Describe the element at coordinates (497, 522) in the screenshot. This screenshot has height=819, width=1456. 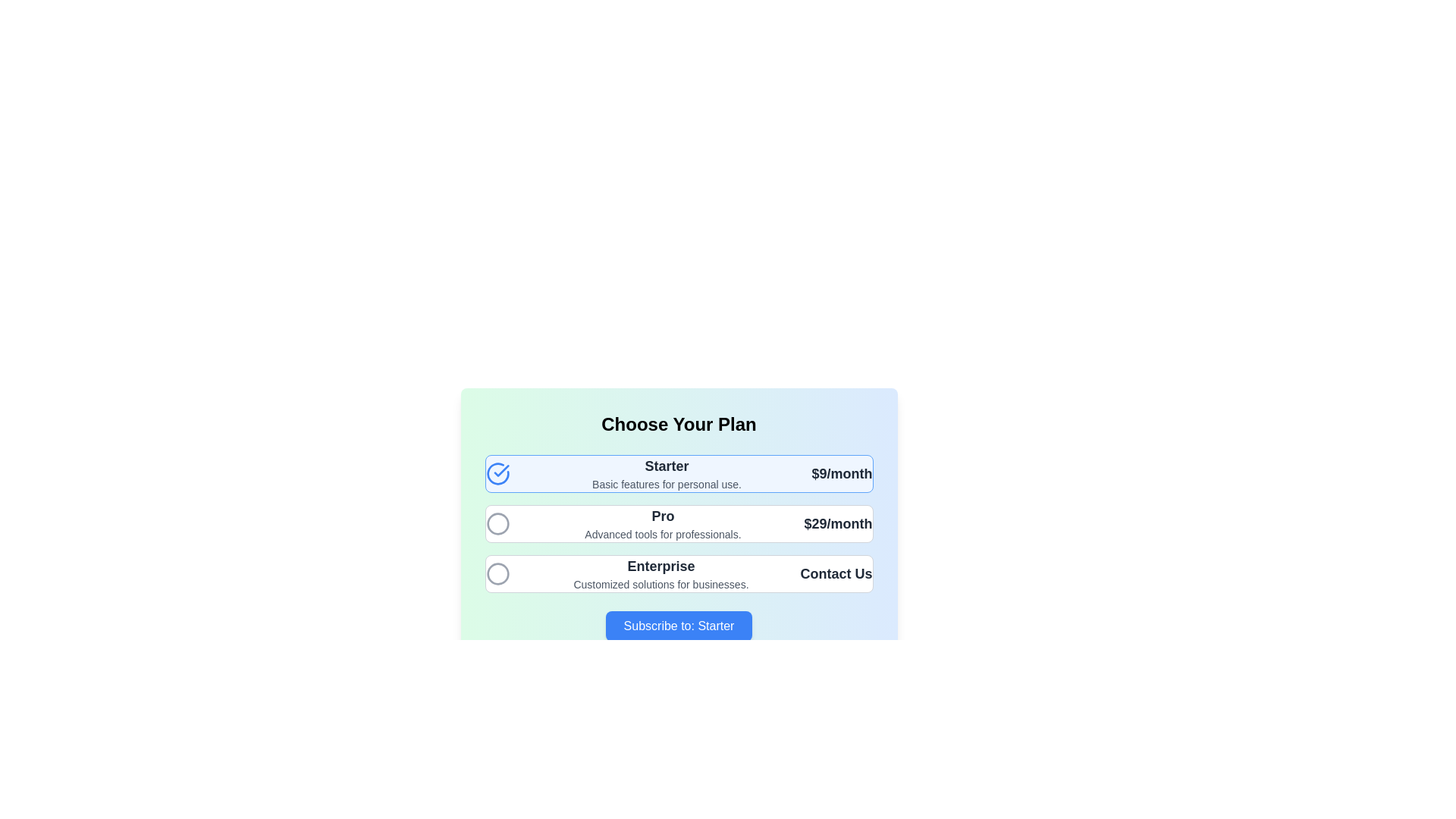
I see `the radio button` at that location.